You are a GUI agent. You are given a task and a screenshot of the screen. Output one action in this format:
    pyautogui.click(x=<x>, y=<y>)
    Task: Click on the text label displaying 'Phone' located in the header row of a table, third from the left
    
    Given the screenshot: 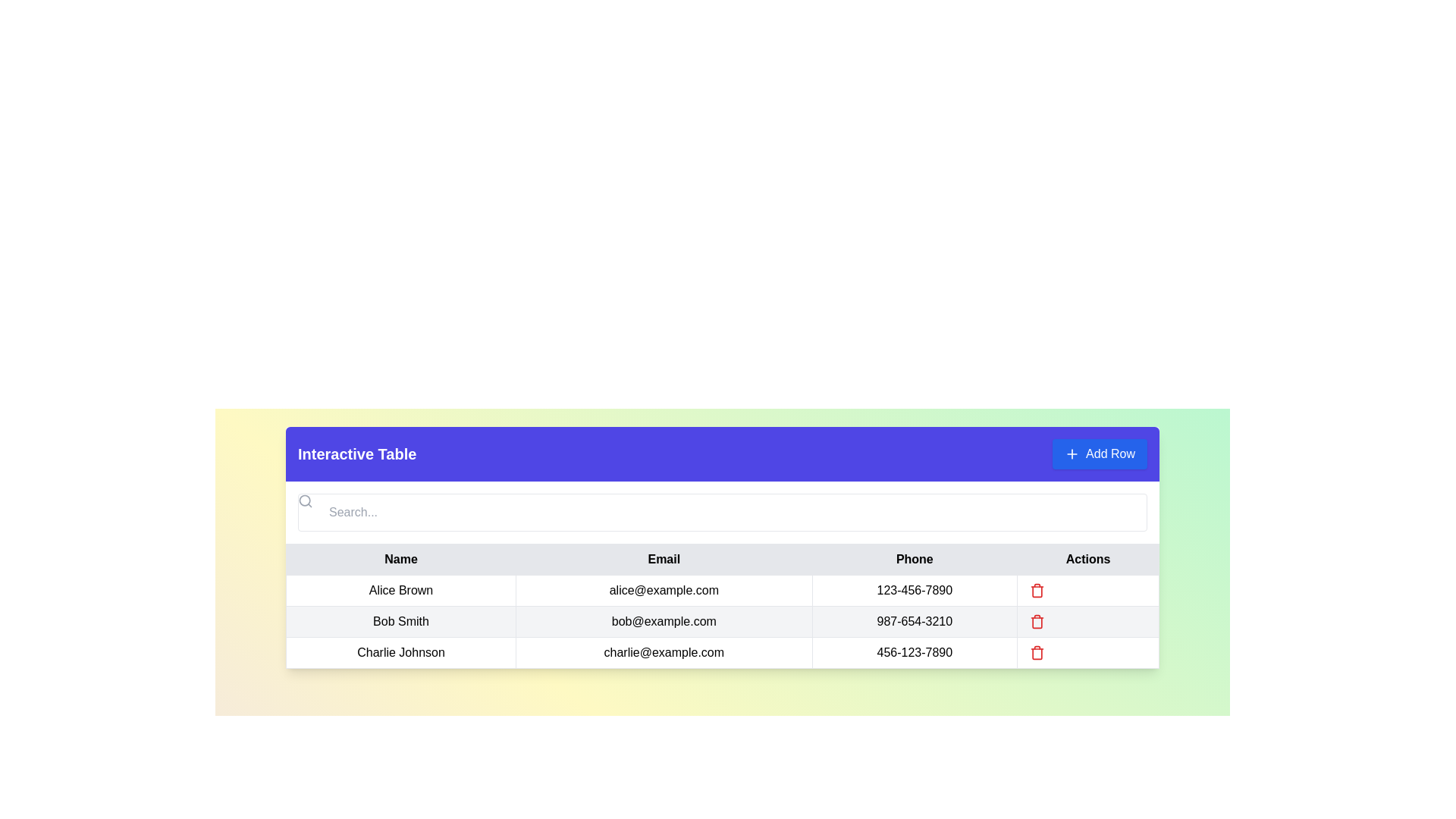 What is the action you would take?
    pyautogui.click(x=914, y=559)
    